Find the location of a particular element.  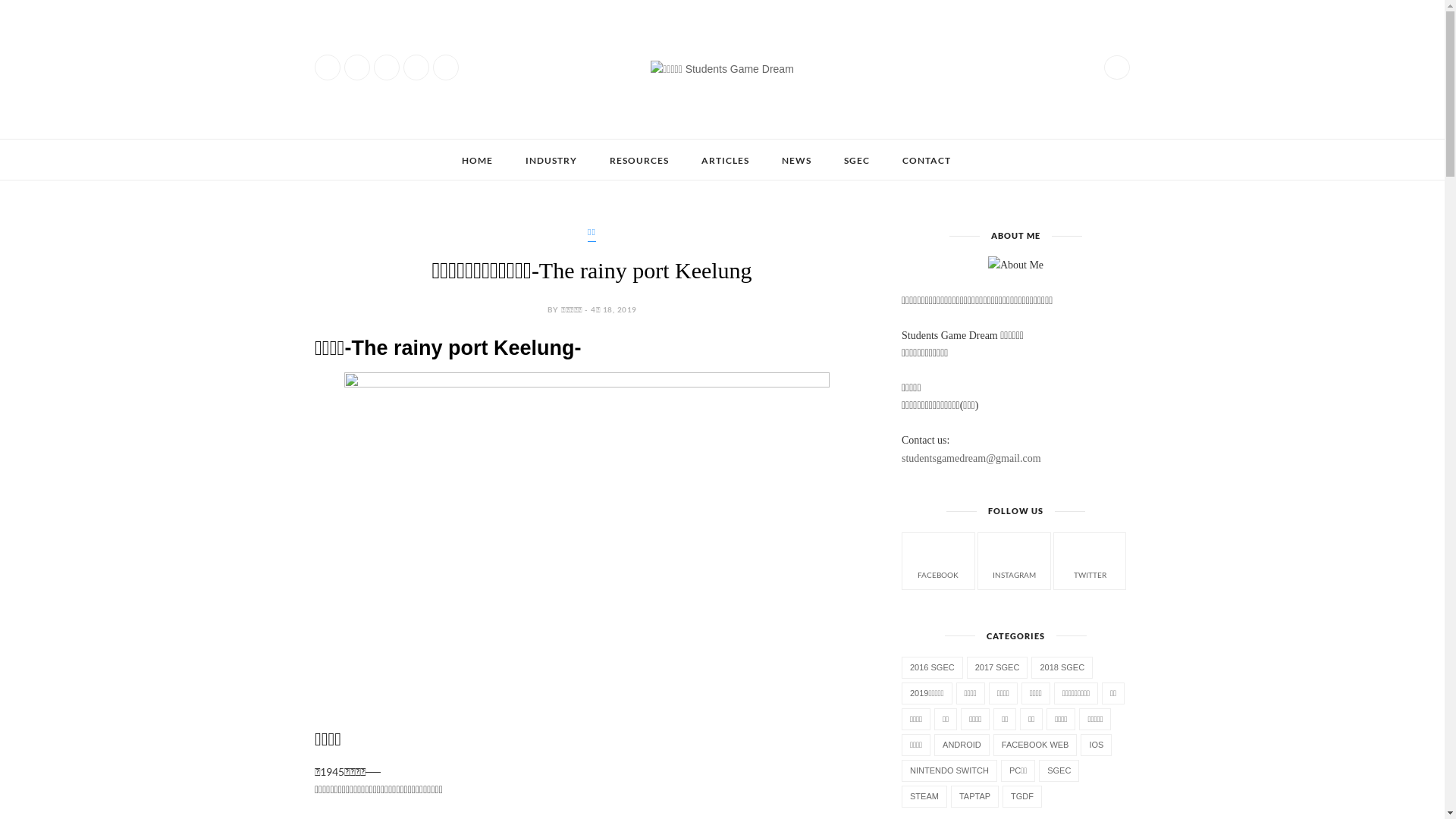

'TWITTER' is located at coordinates (1089, 560).